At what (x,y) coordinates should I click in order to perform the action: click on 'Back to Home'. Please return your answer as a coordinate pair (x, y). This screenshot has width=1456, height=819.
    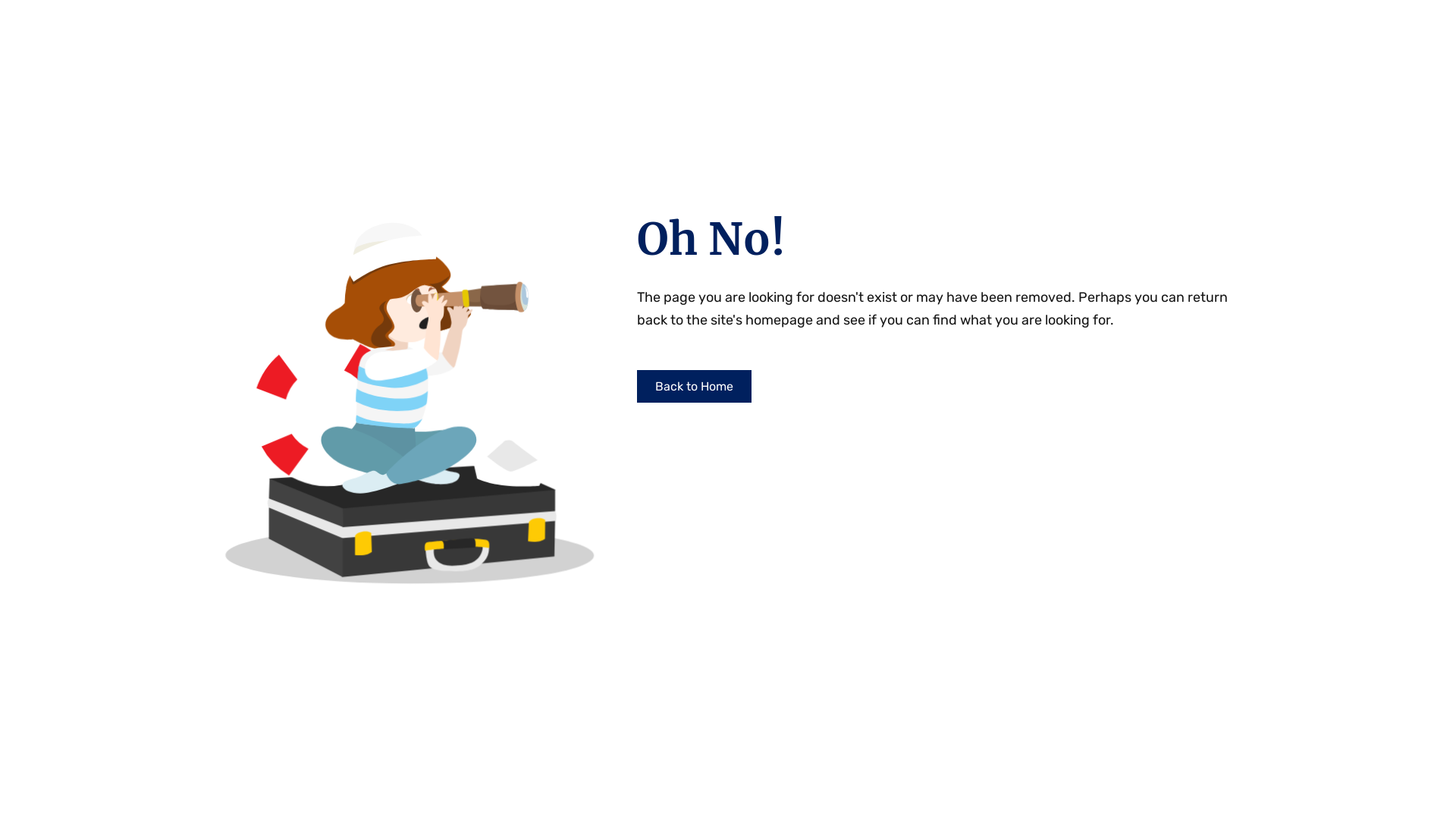
    Looking at the image, I should click on (693, 385).